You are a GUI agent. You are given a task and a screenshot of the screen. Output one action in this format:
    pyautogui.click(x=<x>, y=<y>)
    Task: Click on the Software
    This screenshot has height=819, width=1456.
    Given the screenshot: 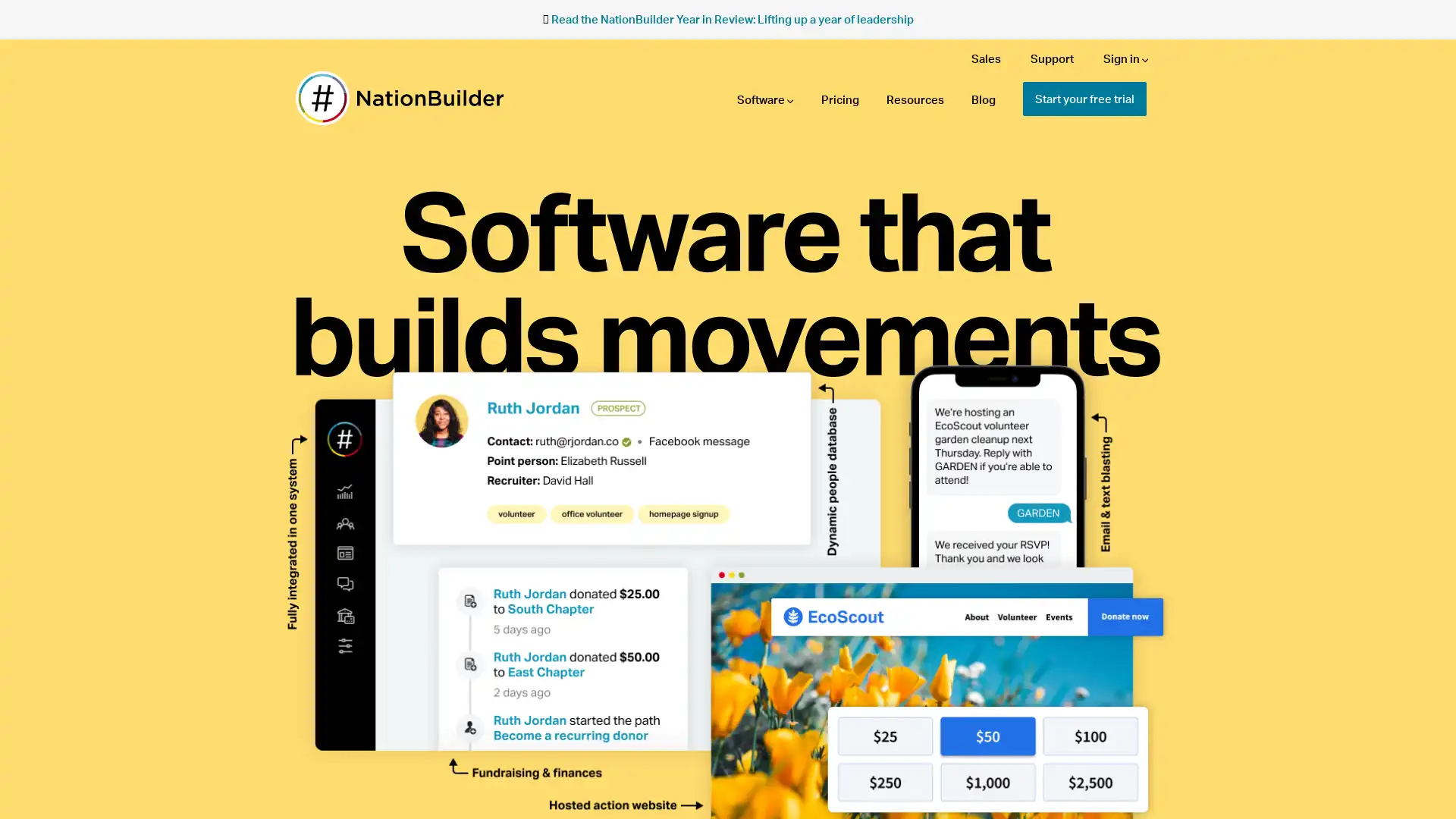 What is the action you would take?
    pyautogui.click(x=765, y=99)
    